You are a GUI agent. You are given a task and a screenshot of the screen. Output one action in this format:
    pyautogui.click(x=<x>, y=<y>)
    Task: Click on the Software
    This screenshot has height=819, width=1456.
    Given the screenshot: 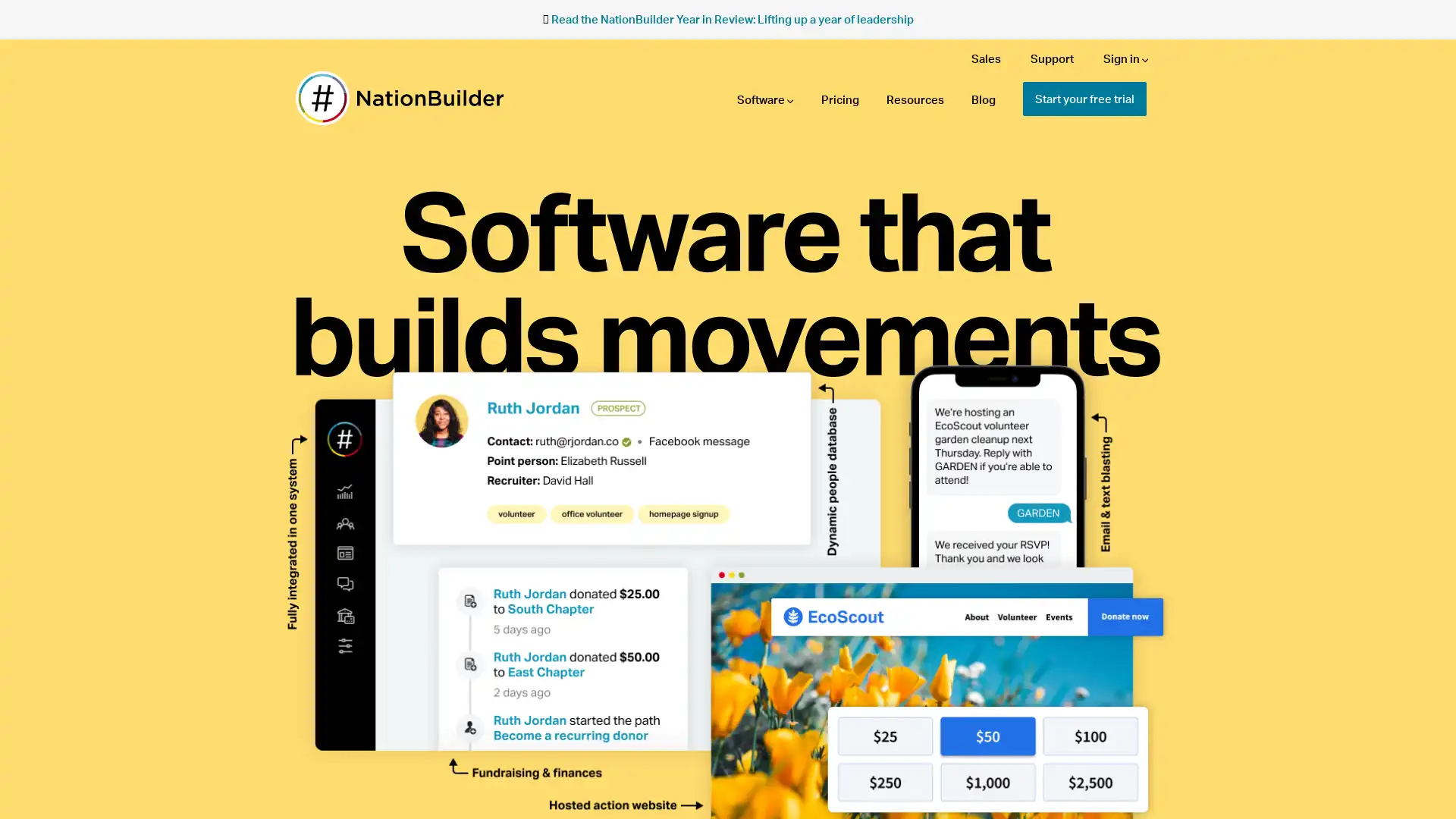 What is the action you would take?
    pyautogui.click(x=765, y=99)
    